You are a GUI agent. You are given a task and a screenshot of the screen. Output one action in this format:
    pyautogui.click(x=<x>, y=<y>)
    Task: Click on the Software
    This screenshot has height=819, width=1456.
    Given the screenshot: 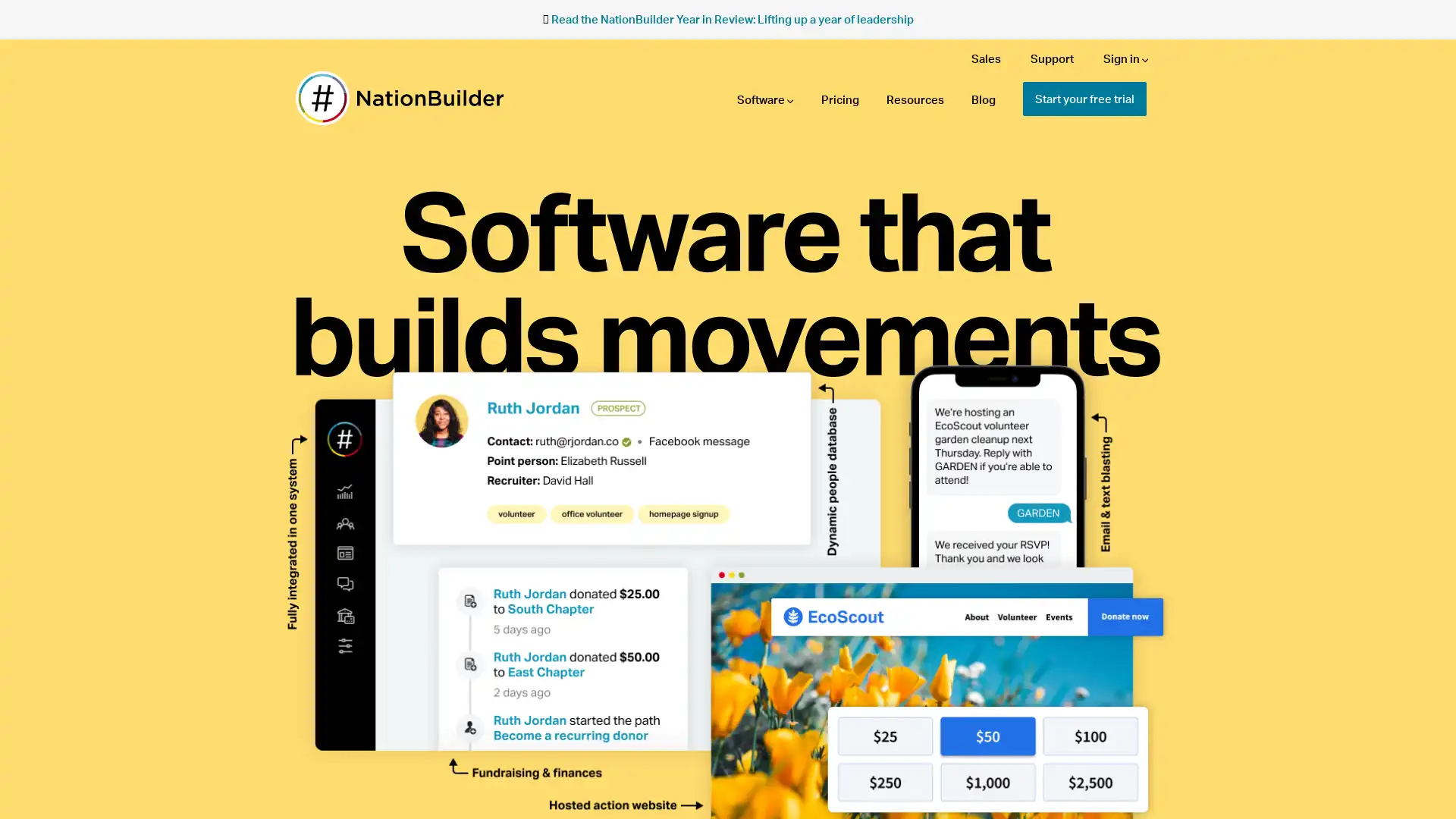 What is the action you would take?
    pyautogui.click(x=765, y=99)
    